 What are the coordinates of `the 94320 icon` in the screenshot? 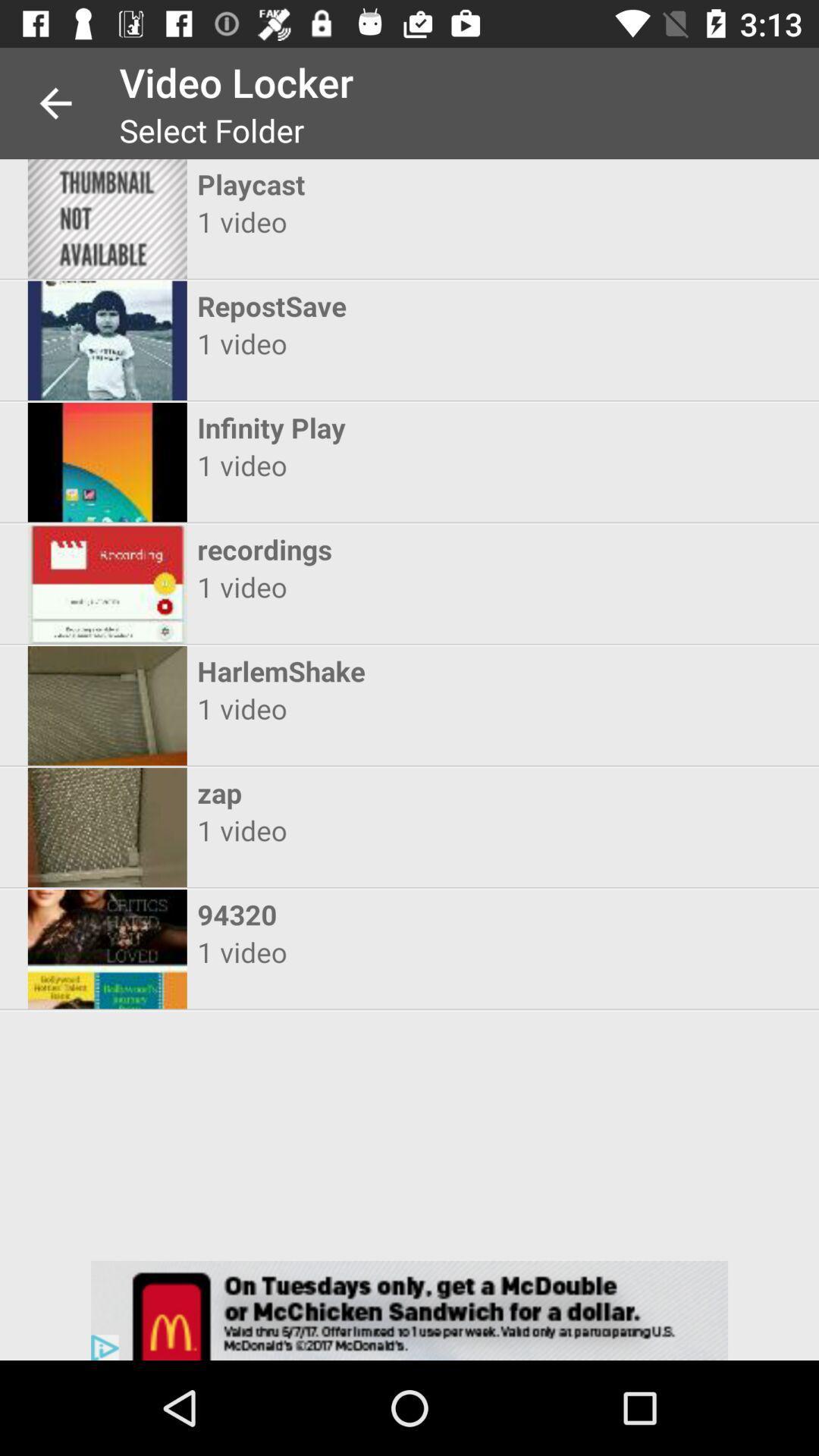 It's located at (395, 913).